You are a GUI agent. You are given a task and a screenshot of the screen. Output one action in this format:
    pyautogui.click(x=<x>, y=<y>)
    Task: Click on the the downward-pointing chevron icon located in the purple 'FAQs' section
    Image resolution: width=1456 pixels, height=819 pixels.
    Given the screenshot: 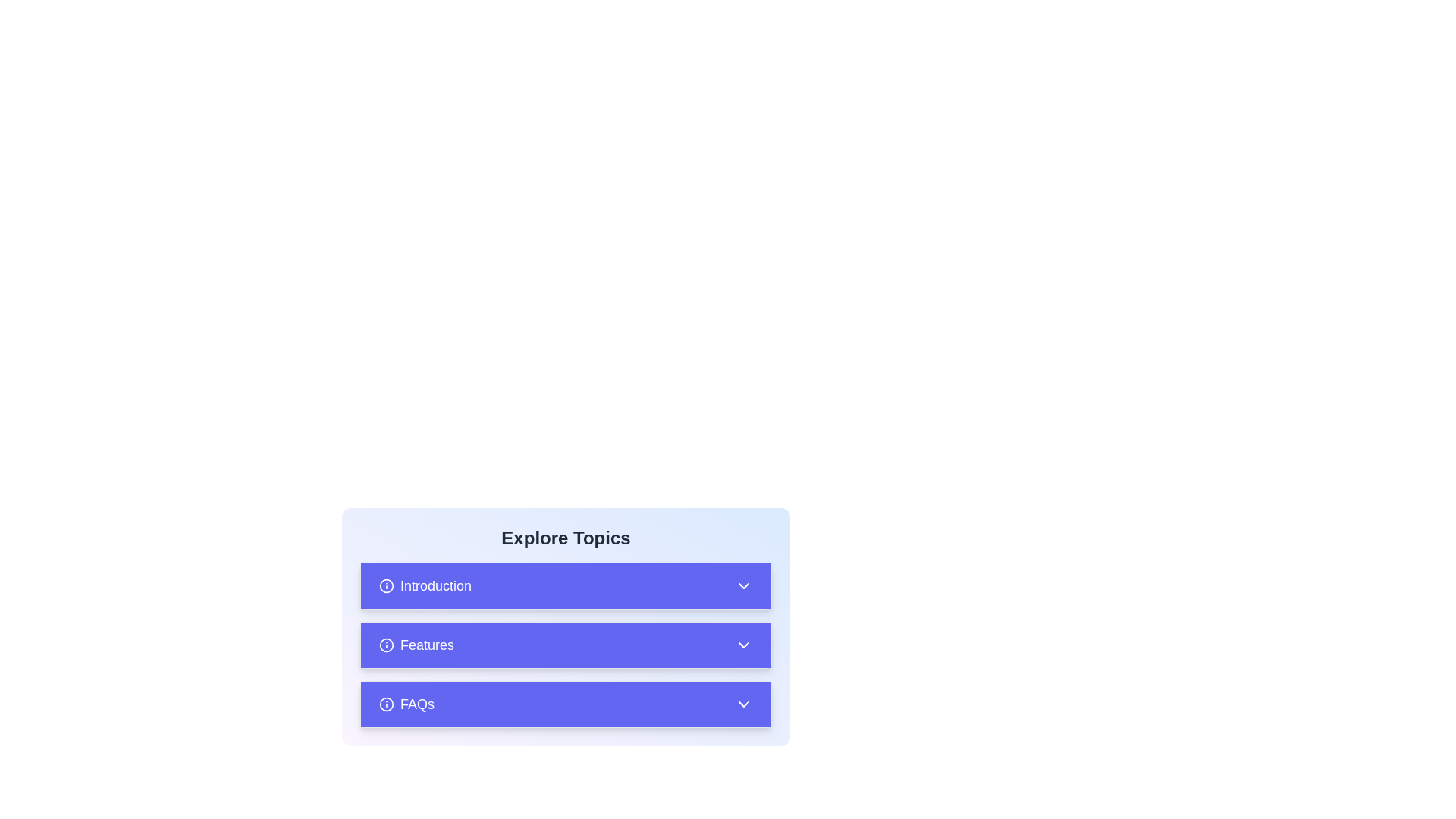 What is the action you would take?
    pyautogui.click(x=743, y=704)
    